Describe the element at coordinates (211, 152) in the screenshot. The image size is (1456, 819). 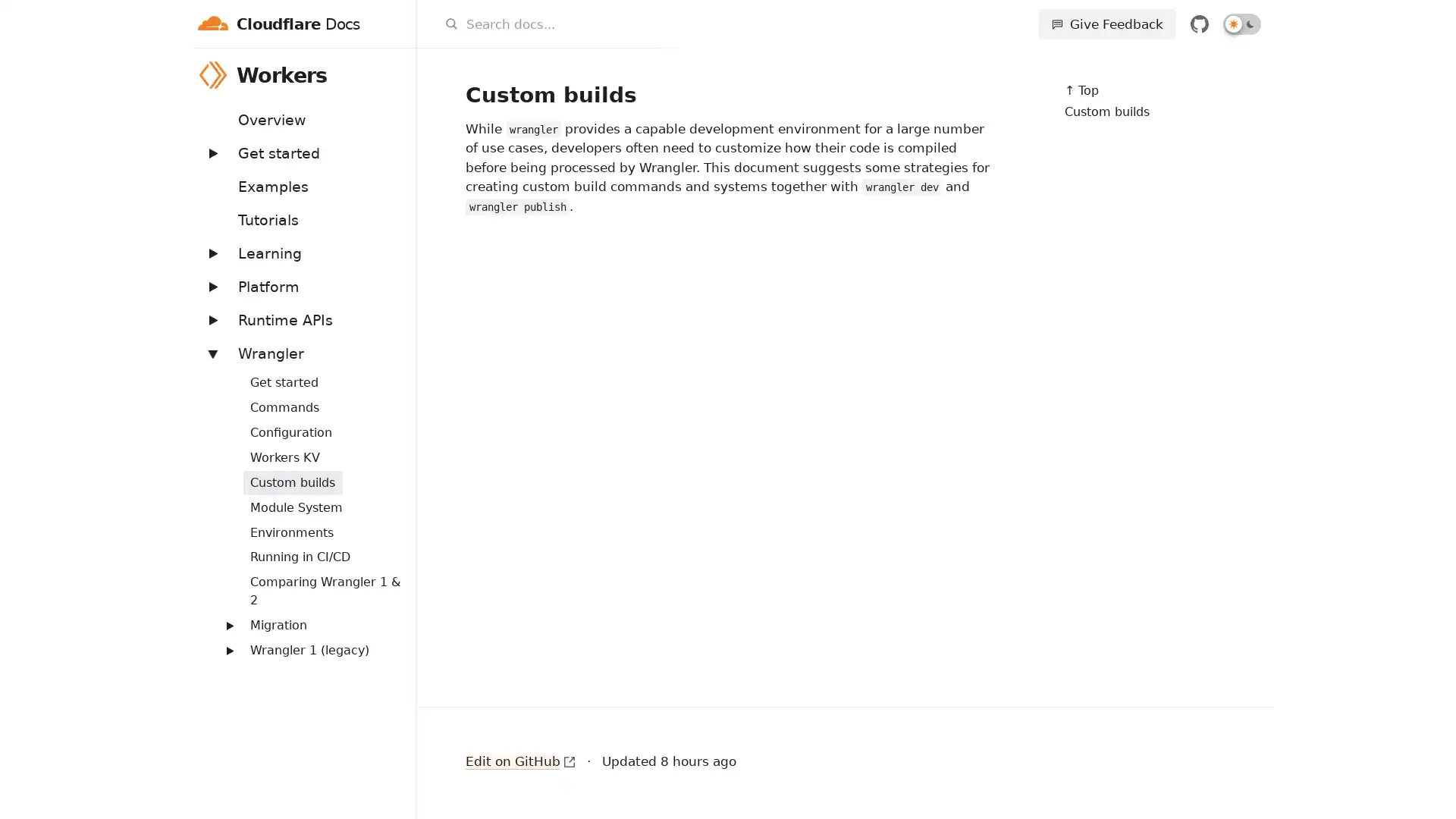
I see `Expand: Get started` at that location.